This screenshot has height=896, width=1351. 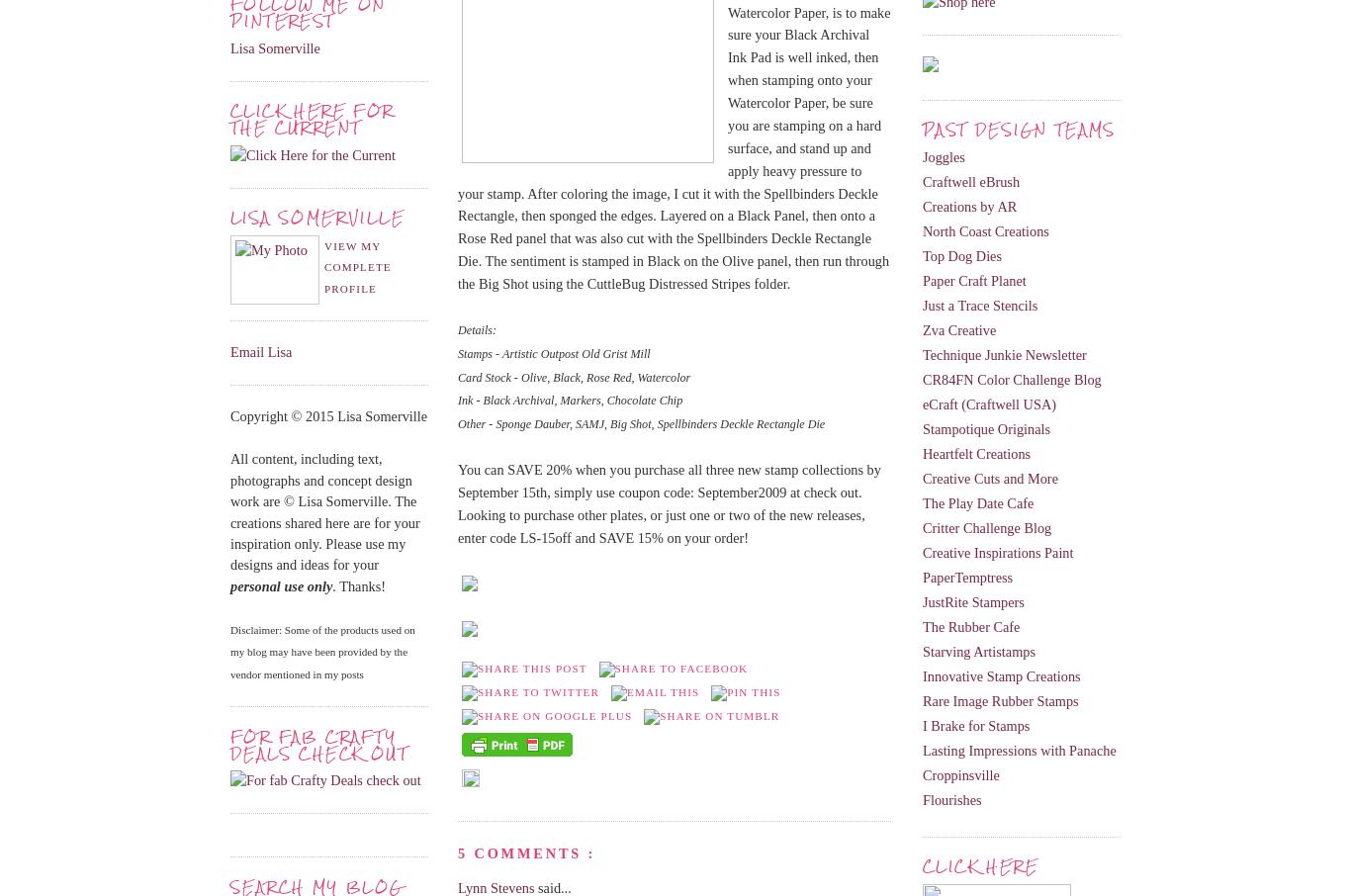 What do you see at coordinates (497, 888) in the screenshot?
I see `'Lynn Stevens'` at bounding box center [497, 888].